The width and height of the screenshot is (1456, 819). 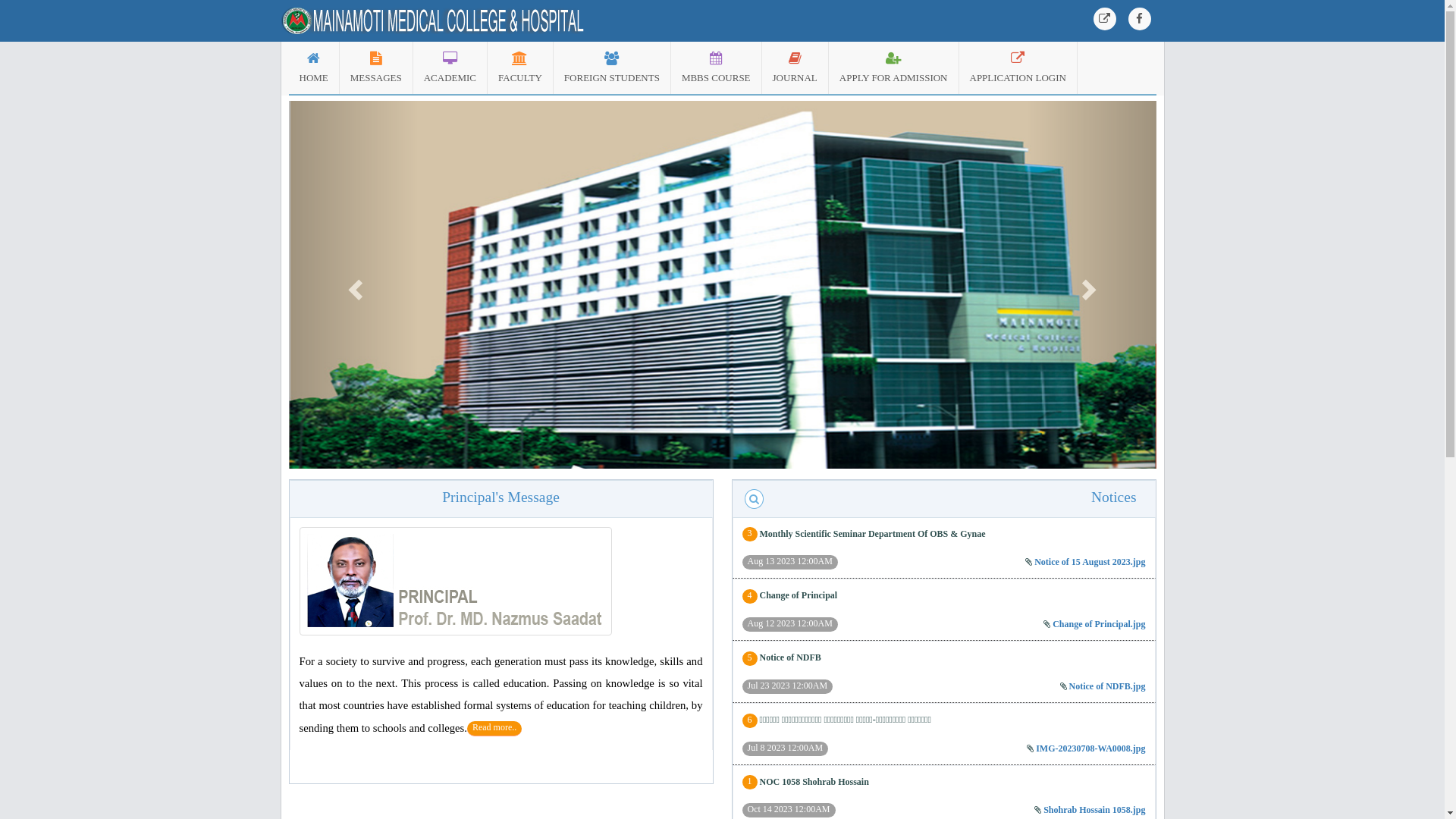 I want to click on 'CHAIRMAN, Meherunnessa Bahar', so click(x=454, y=580).